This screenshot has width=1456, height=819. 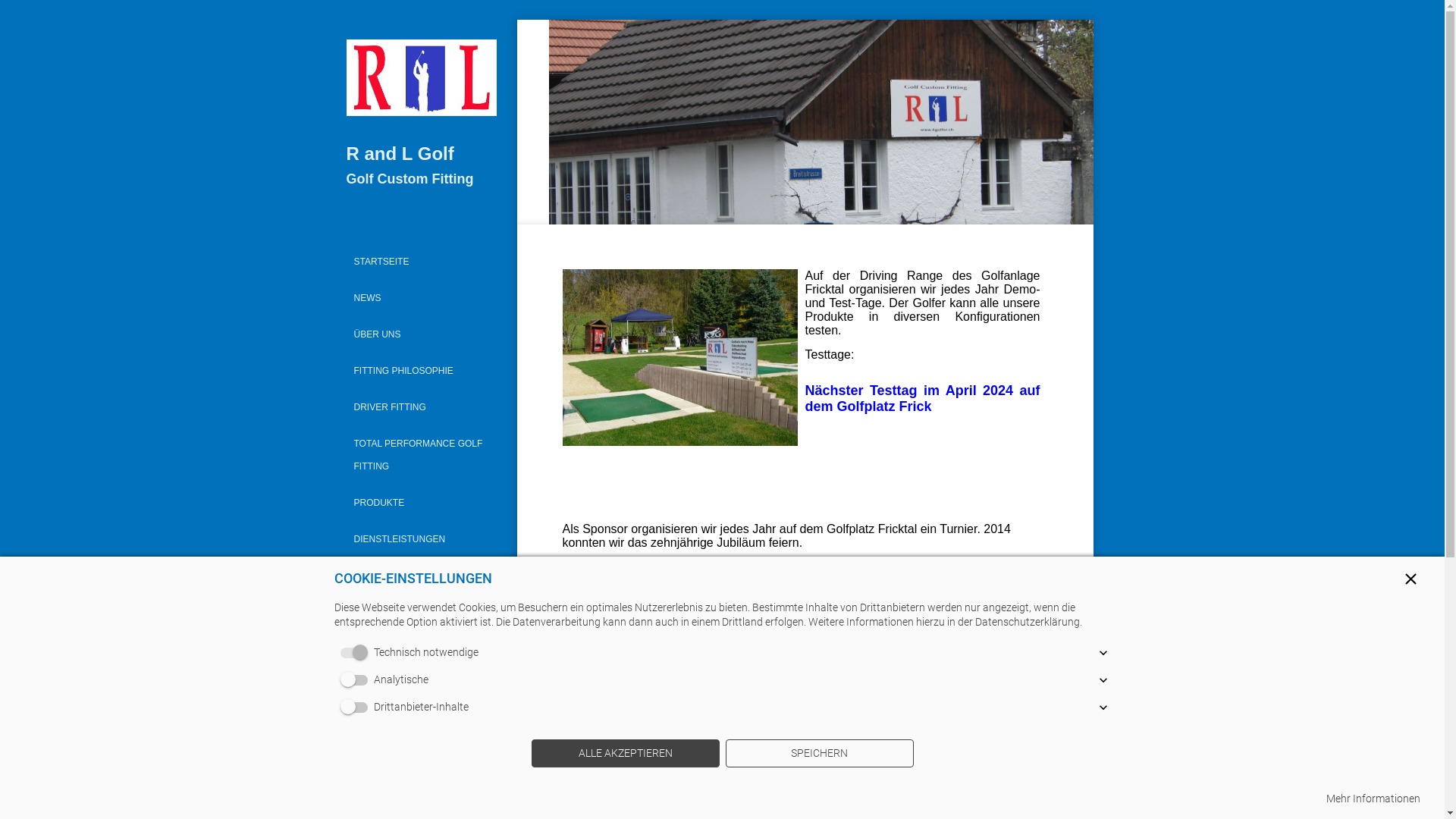 I want to click on 'Mehr Informationen', so click(x=1373, y=798).